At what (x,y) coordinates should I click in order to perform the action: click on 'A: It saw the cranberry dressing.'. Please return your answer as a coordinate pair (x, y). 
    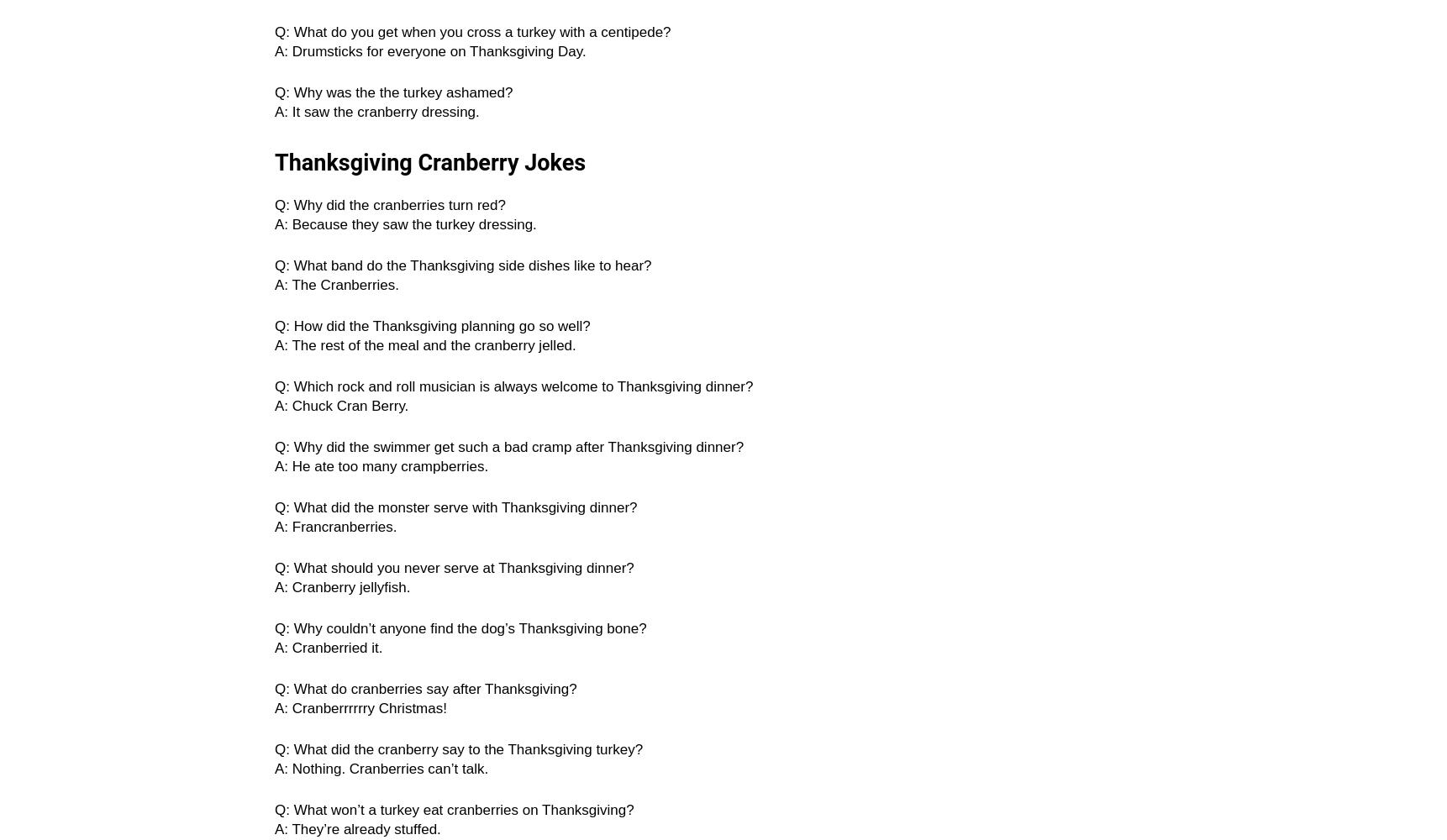
    Looking at the image, I should click on (376, 112).